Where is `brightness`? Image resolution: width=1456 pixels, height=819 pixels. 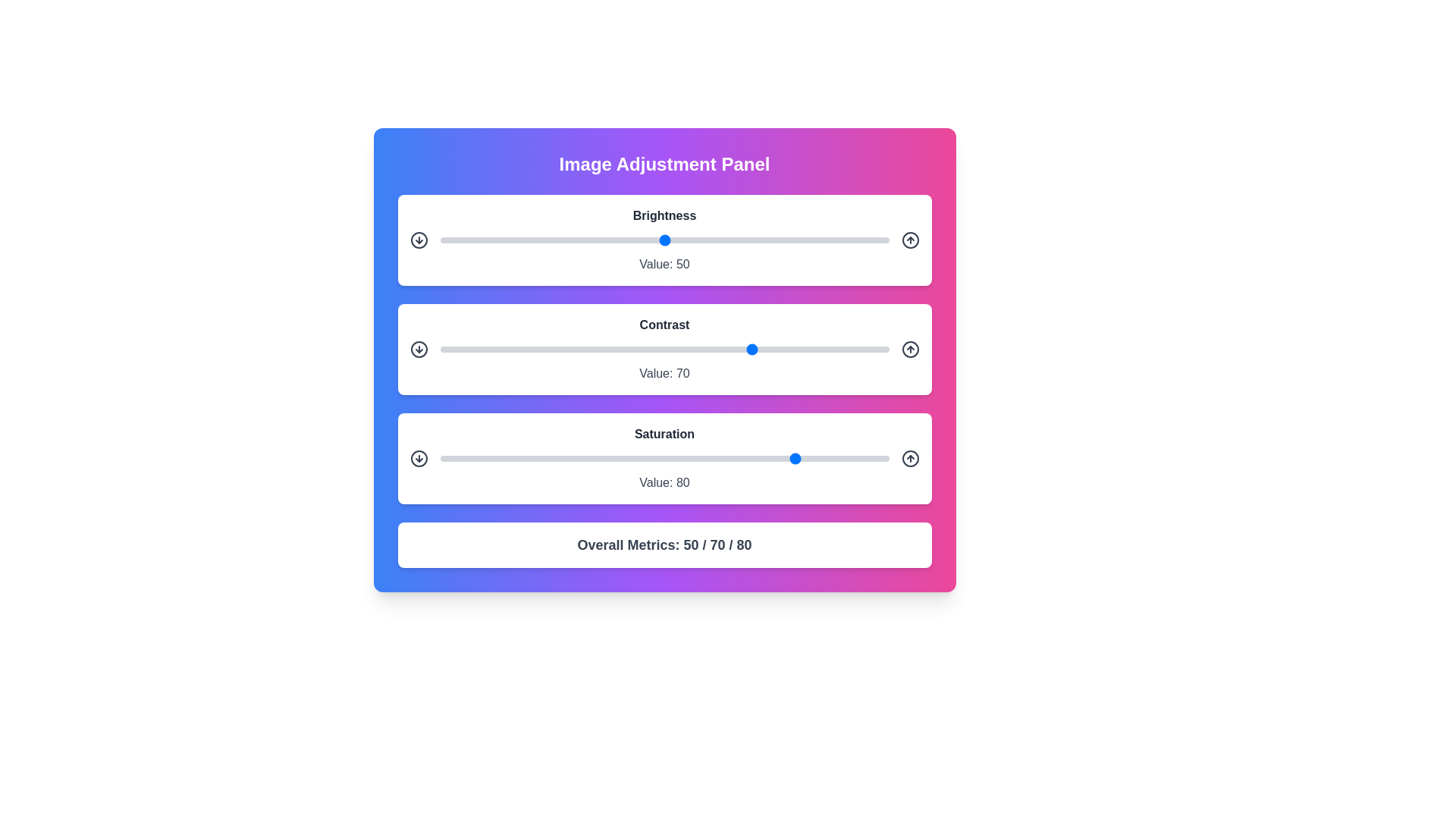
brightness is located at coordinates (749, 239).